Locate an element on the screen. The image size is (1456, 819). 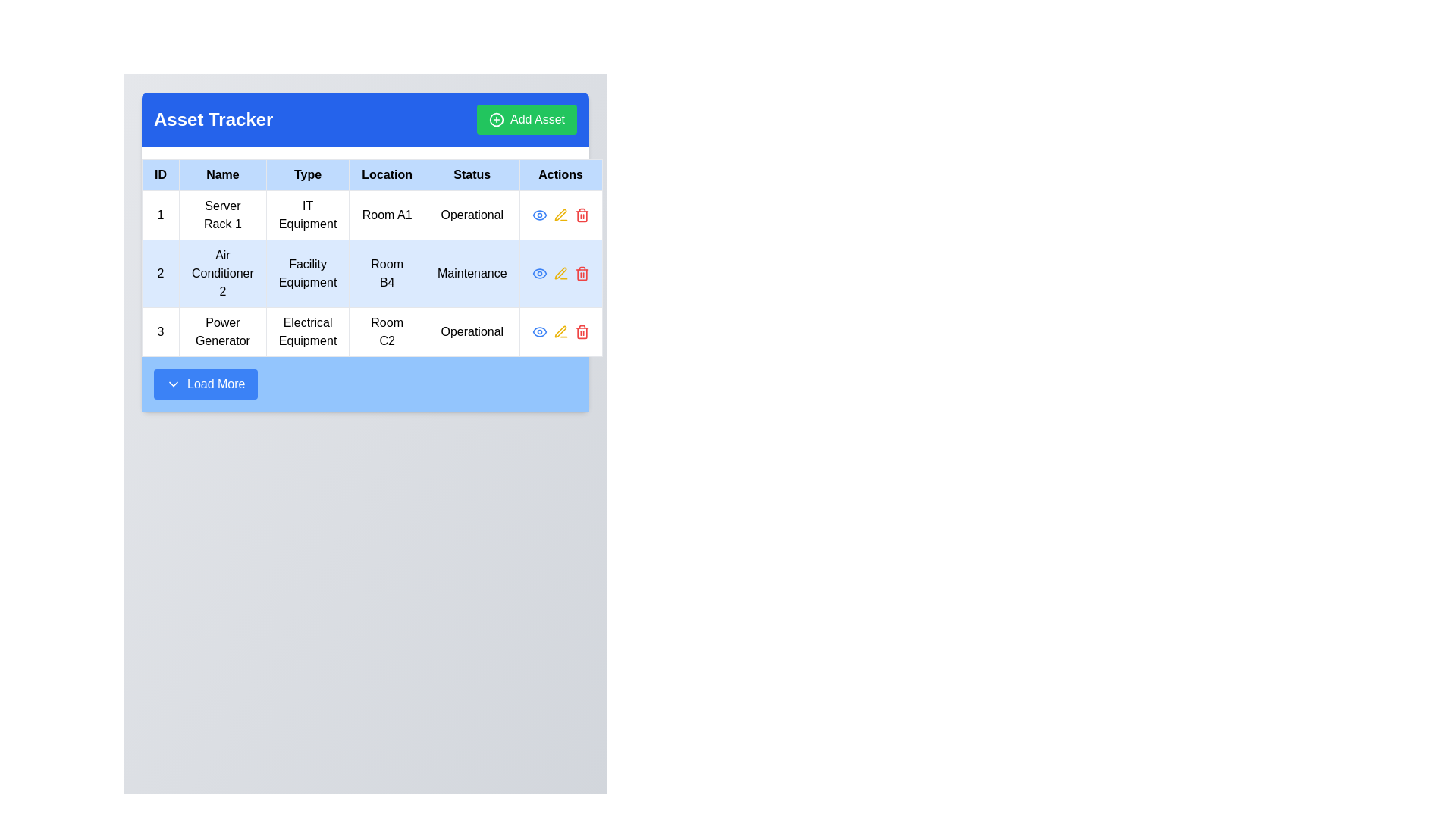
the rectangular green button with rounded corners that has white text reading 'Add Asset' and a circular icon with a plus symbol on its left side, located in the top-right corner of the 'Asset Tracker' header is located at coordinates (527, 119).